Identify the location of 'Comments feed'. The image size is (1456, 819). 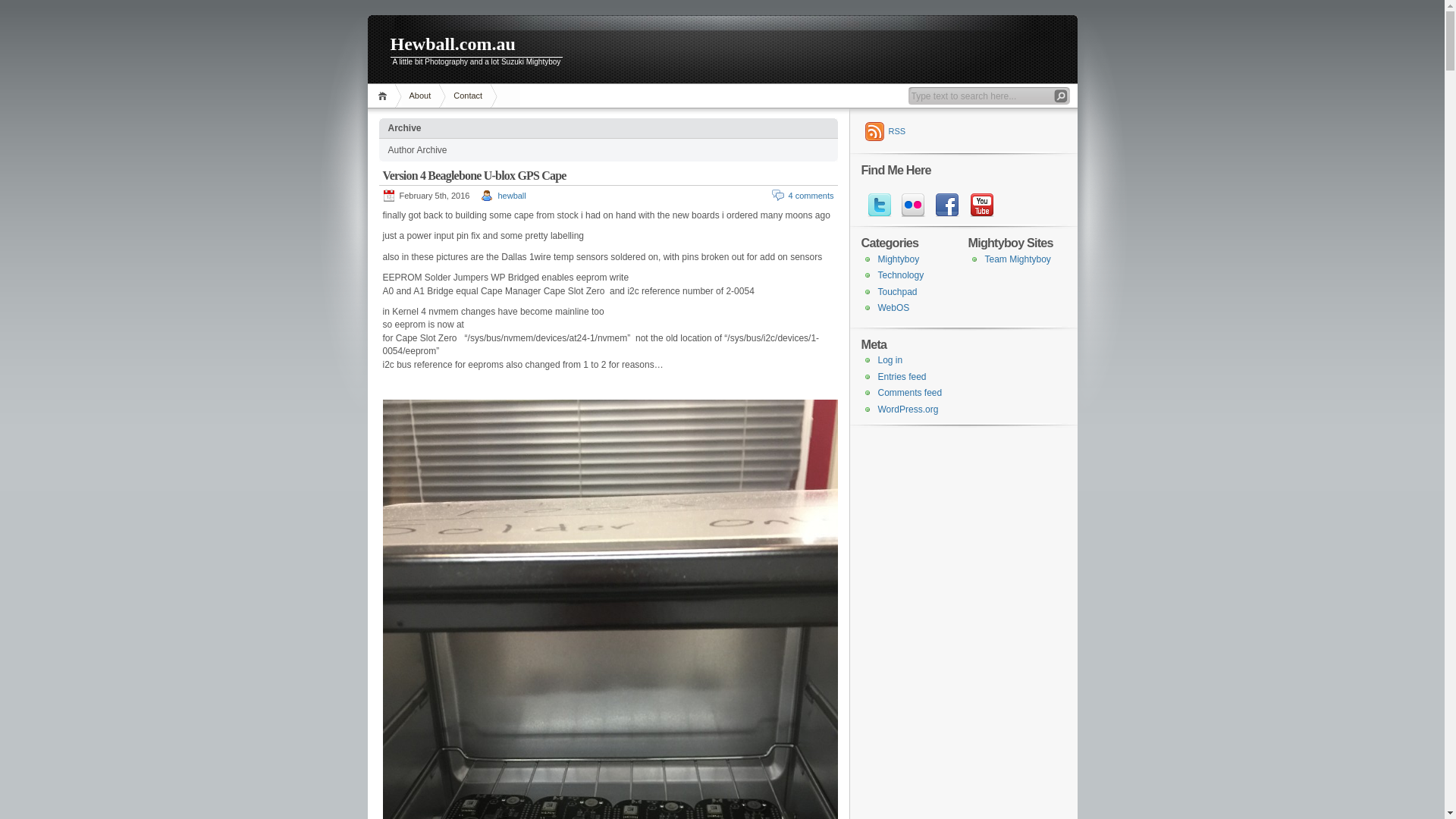
(910, 391).